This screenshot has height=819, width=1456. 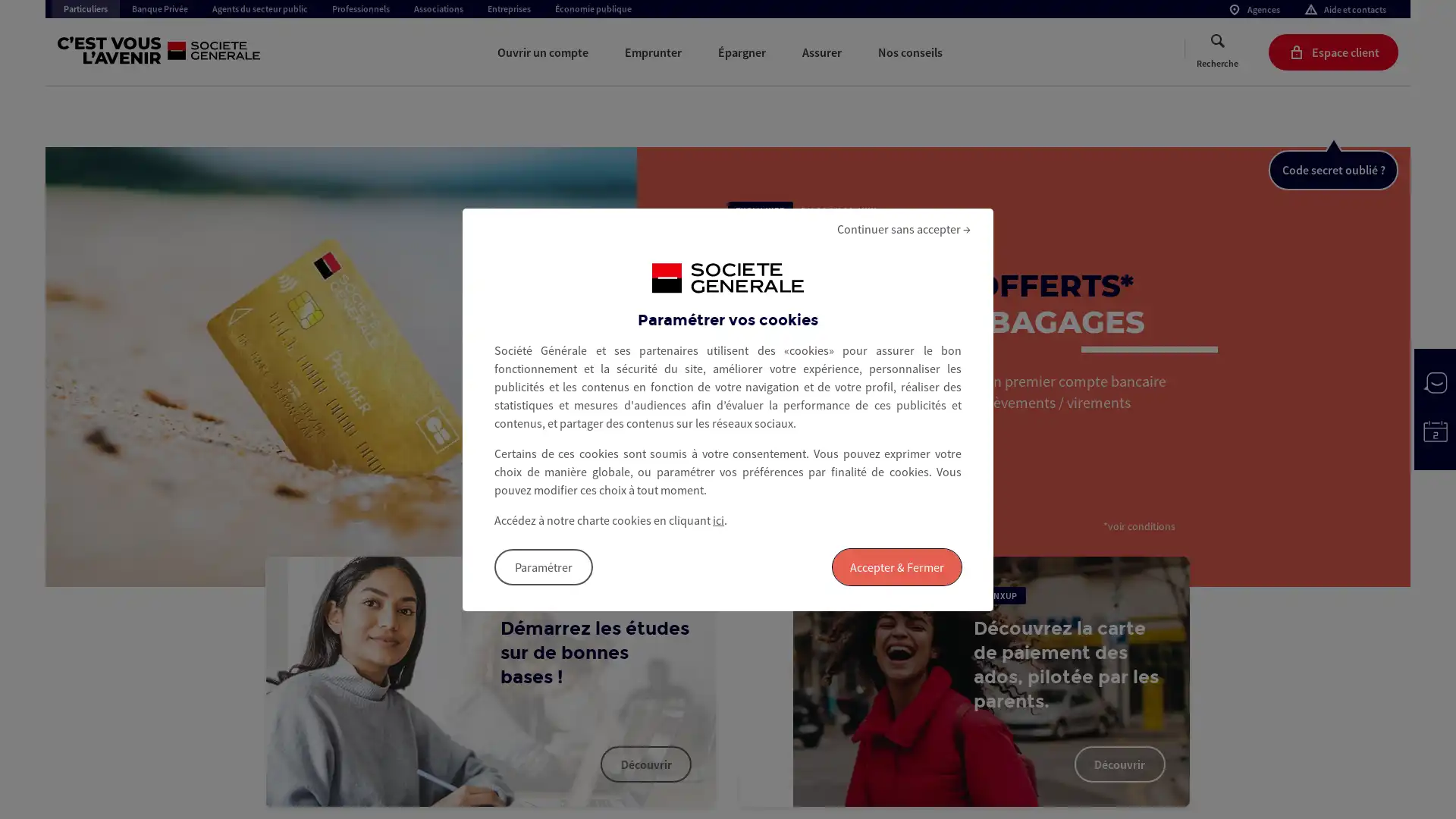 What do you see at coordinates (903, 227) in the screenshot?
I see `Continuer sans accepter` at bounding box center [903, 227].